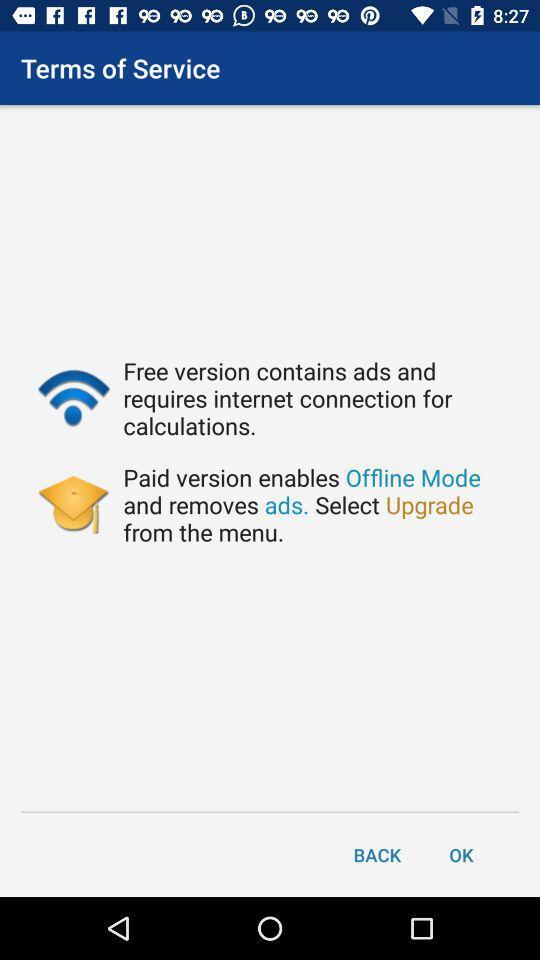 The height and width of the screenshot is (960, 540). Describe the element at coordinates (377, 853) in the screenshot. I see `the item next to ok icon` at that location.